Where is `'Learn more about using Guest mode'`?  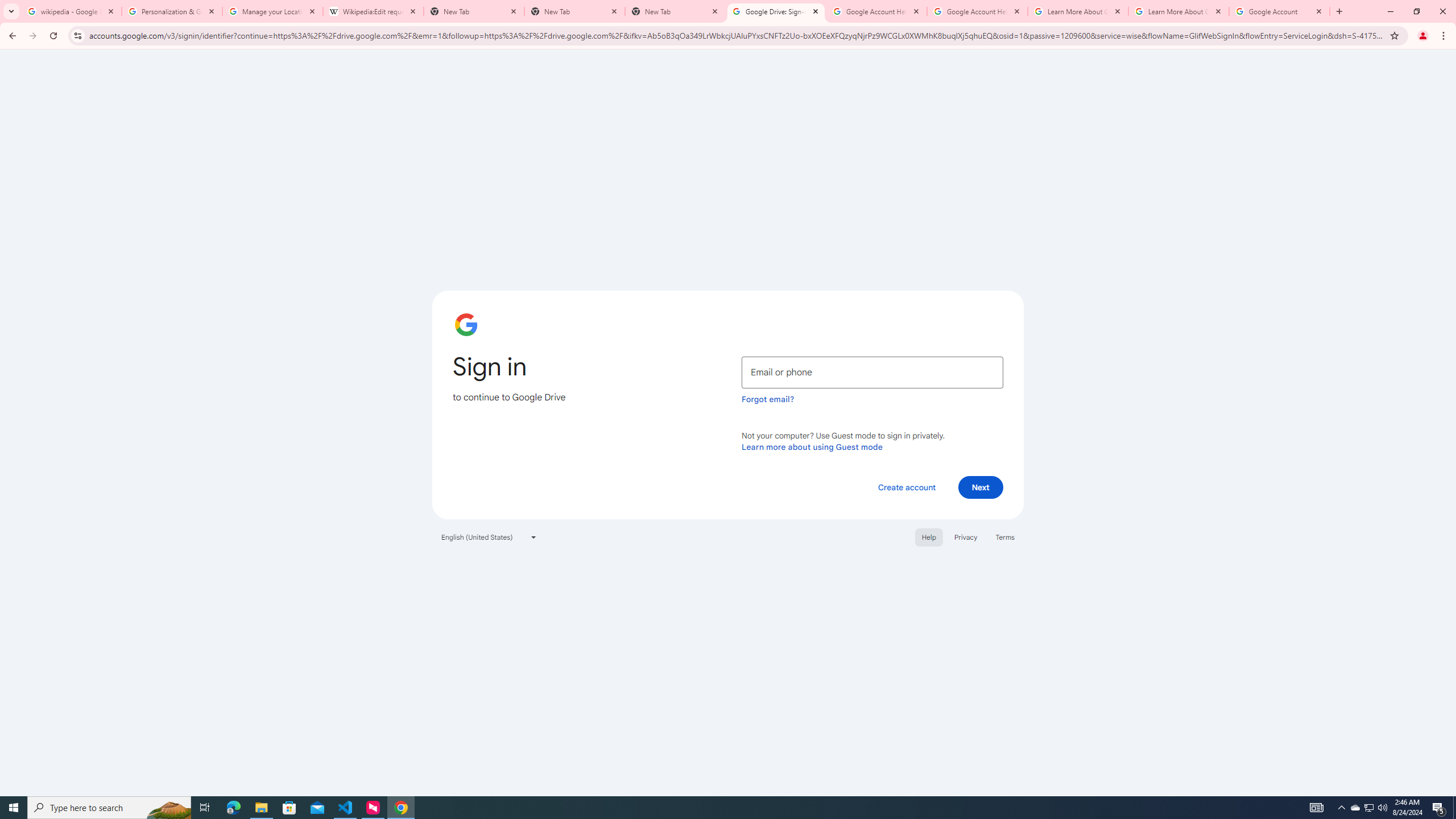 'Learn more about using Guest mode' is located at coordinates (812, 446).